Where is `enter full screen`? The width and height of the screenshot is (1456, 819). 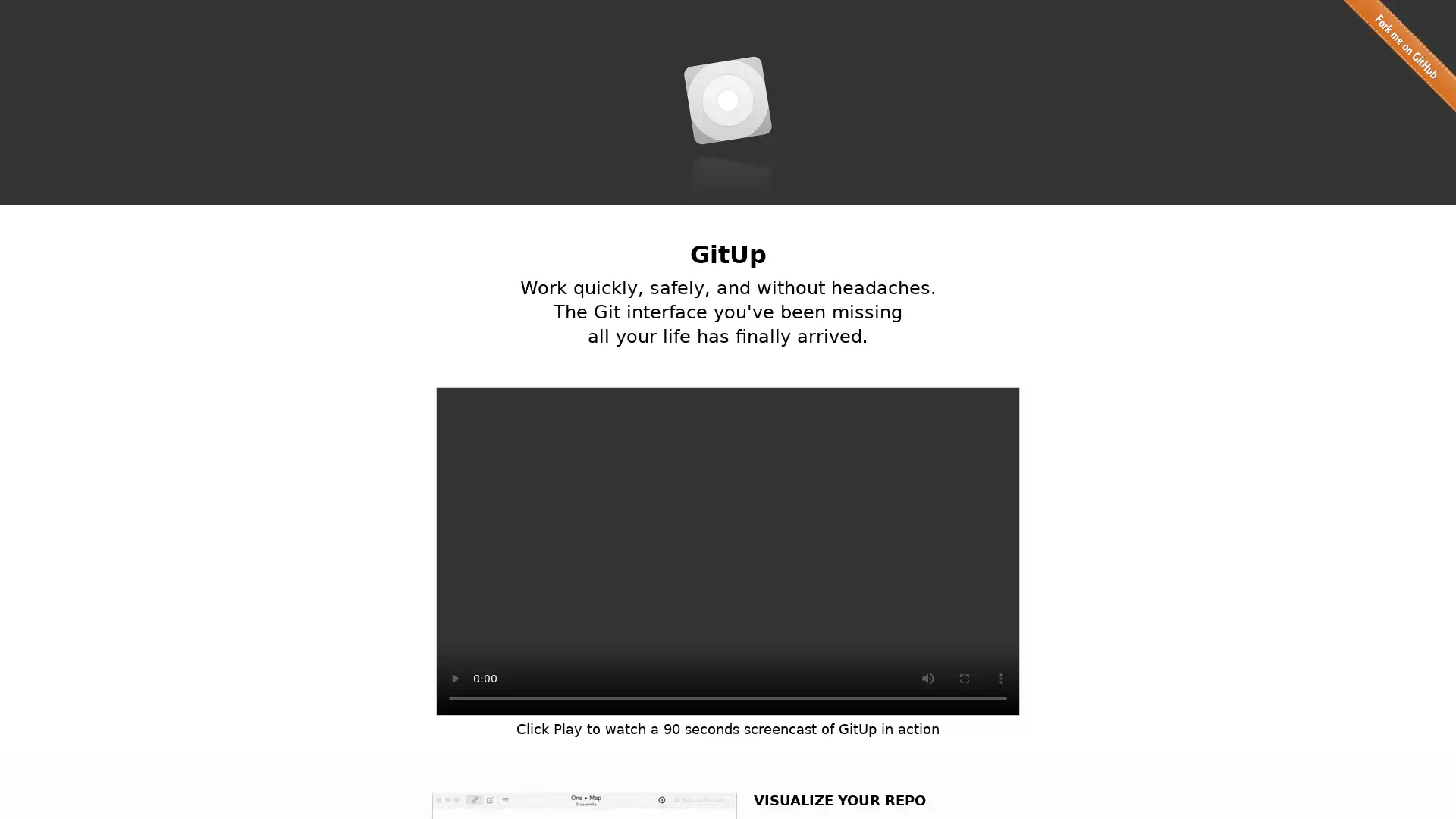
enter full screen is located at coordinates (964, 677).